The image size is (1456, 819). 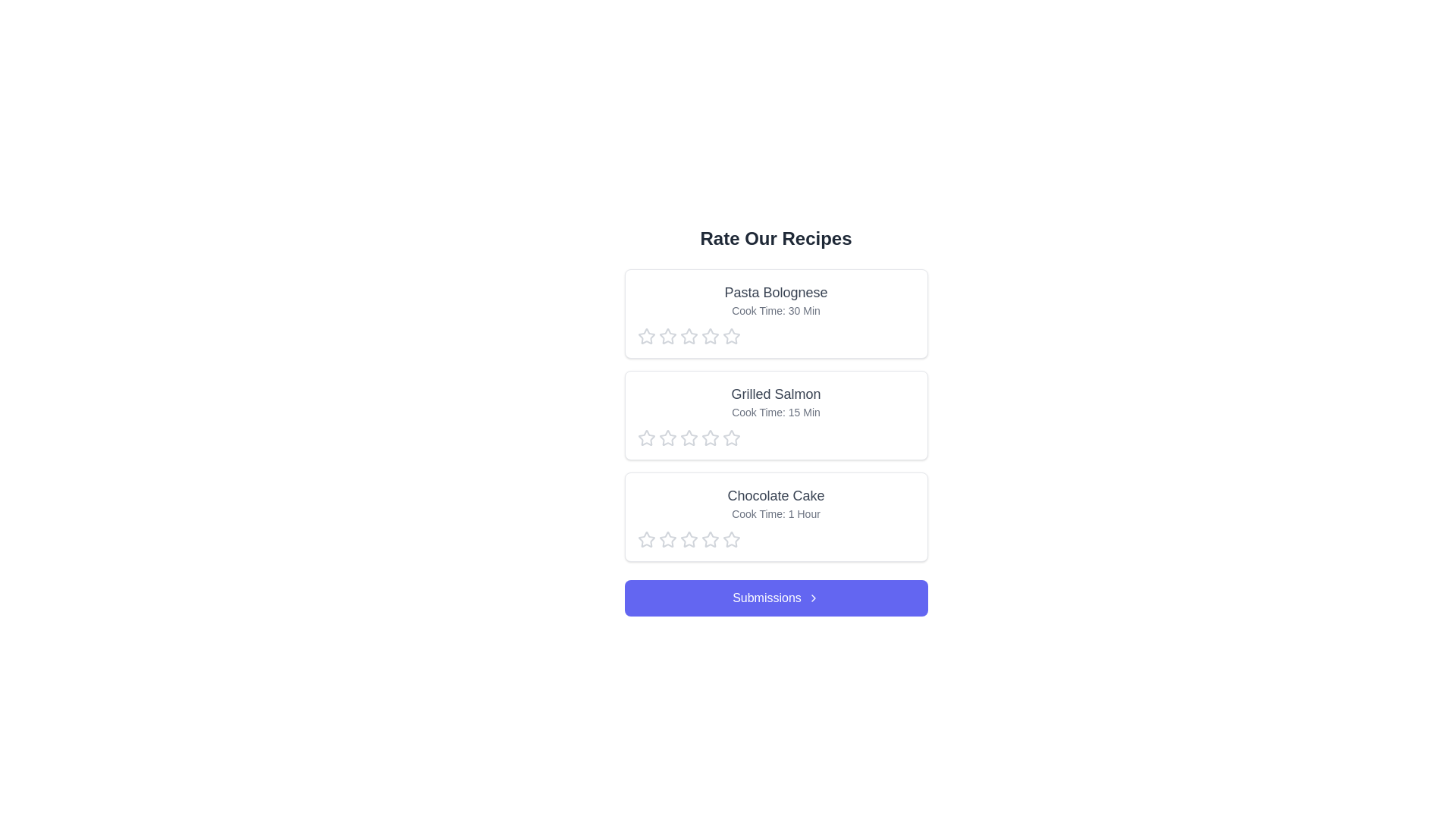 What do you see at coordinates (688, 335) in the screenshot?
I see `the star corresponding to 3 stars to preview the rating` at bounding box center [688, 335].